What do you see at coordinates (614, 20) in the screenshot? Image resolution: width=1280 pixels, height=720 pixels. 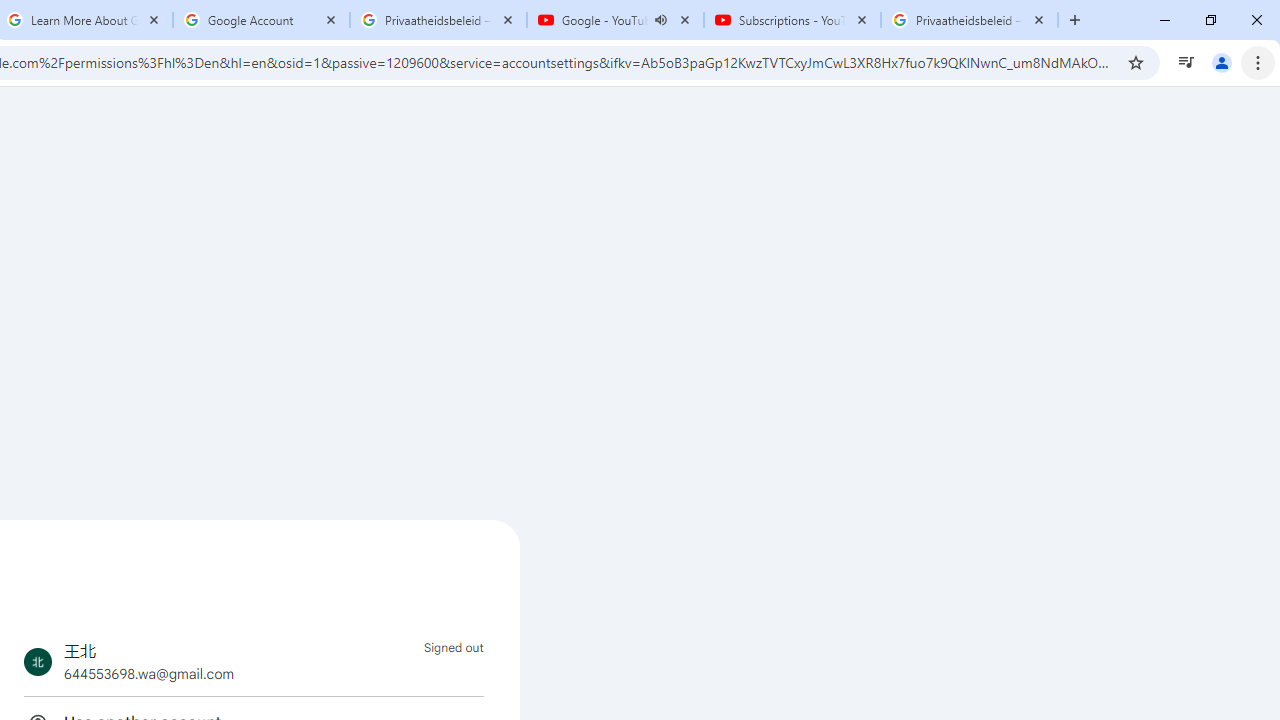 I see `'Google - YouTube - Audio playing'` at bounding box center [614, 20].